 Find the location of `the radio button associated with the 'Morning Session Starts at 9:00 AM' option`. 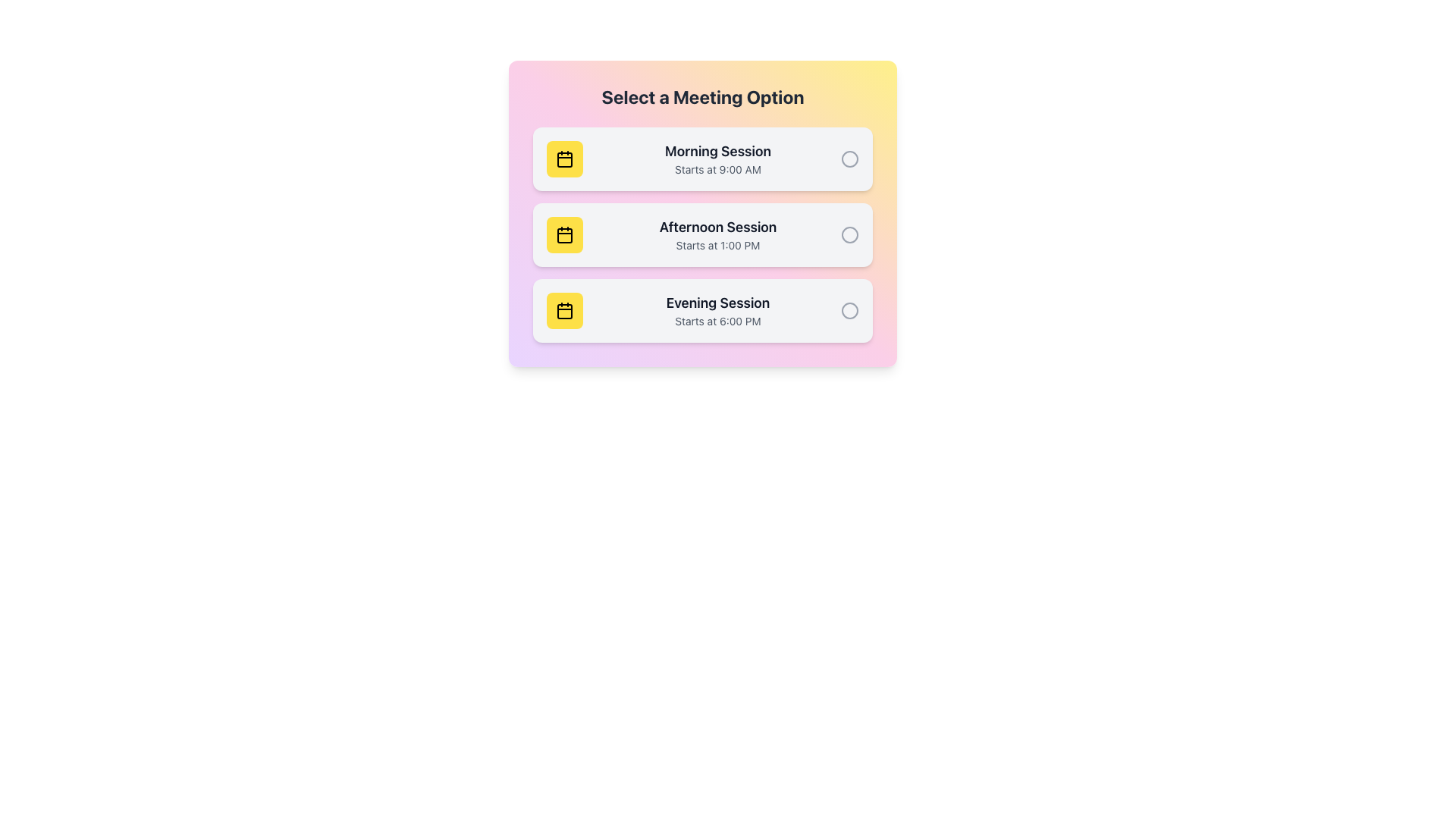

the radio button associated with the 'Morning Session Starts at 9:00 AM' option is located at coordinates (850, 158).